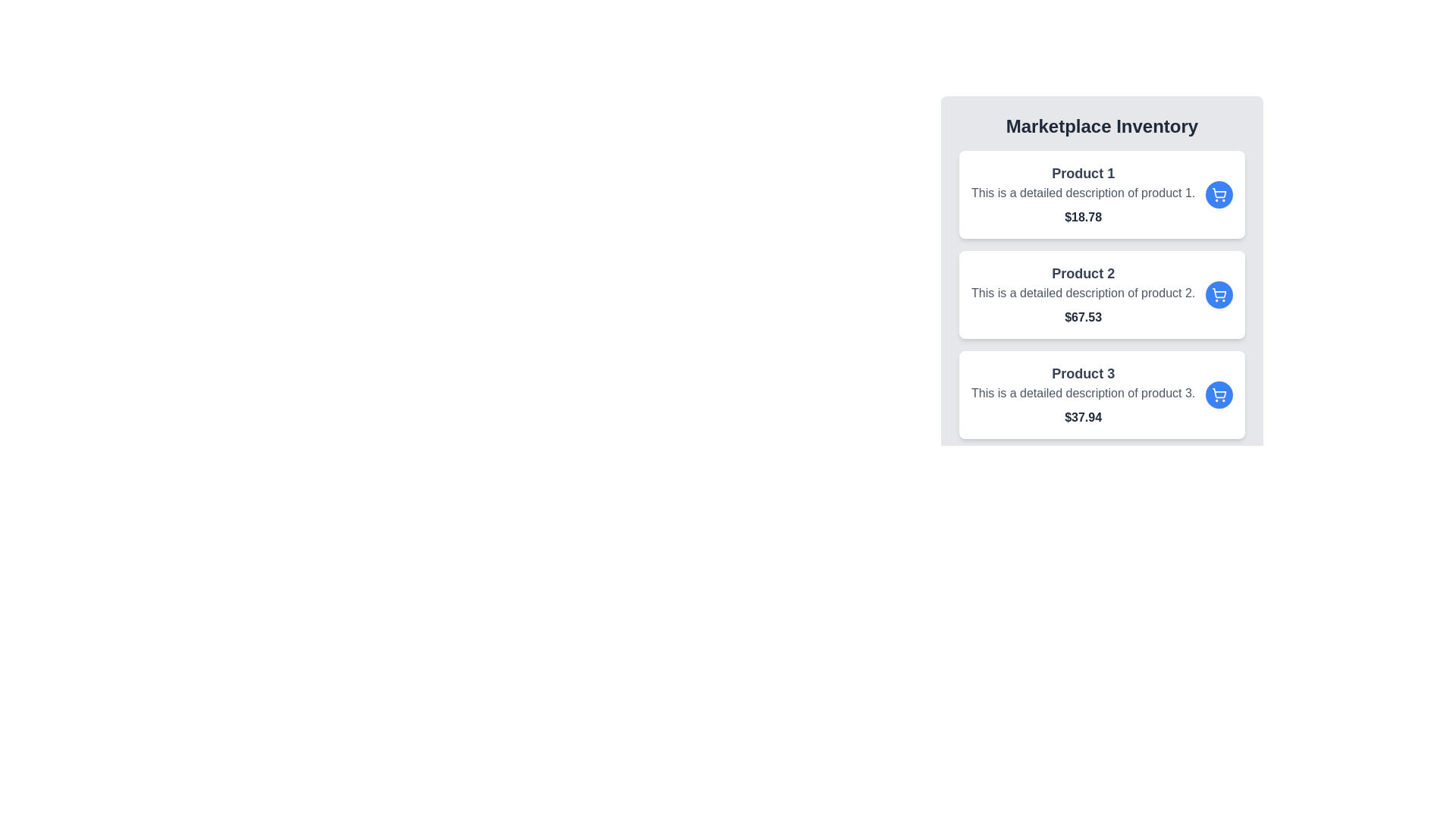  I want to click on description text located below the title 'Product 2' and above the price '$67.53' in the Marketplace Inventory grid, so click(1082, 293).